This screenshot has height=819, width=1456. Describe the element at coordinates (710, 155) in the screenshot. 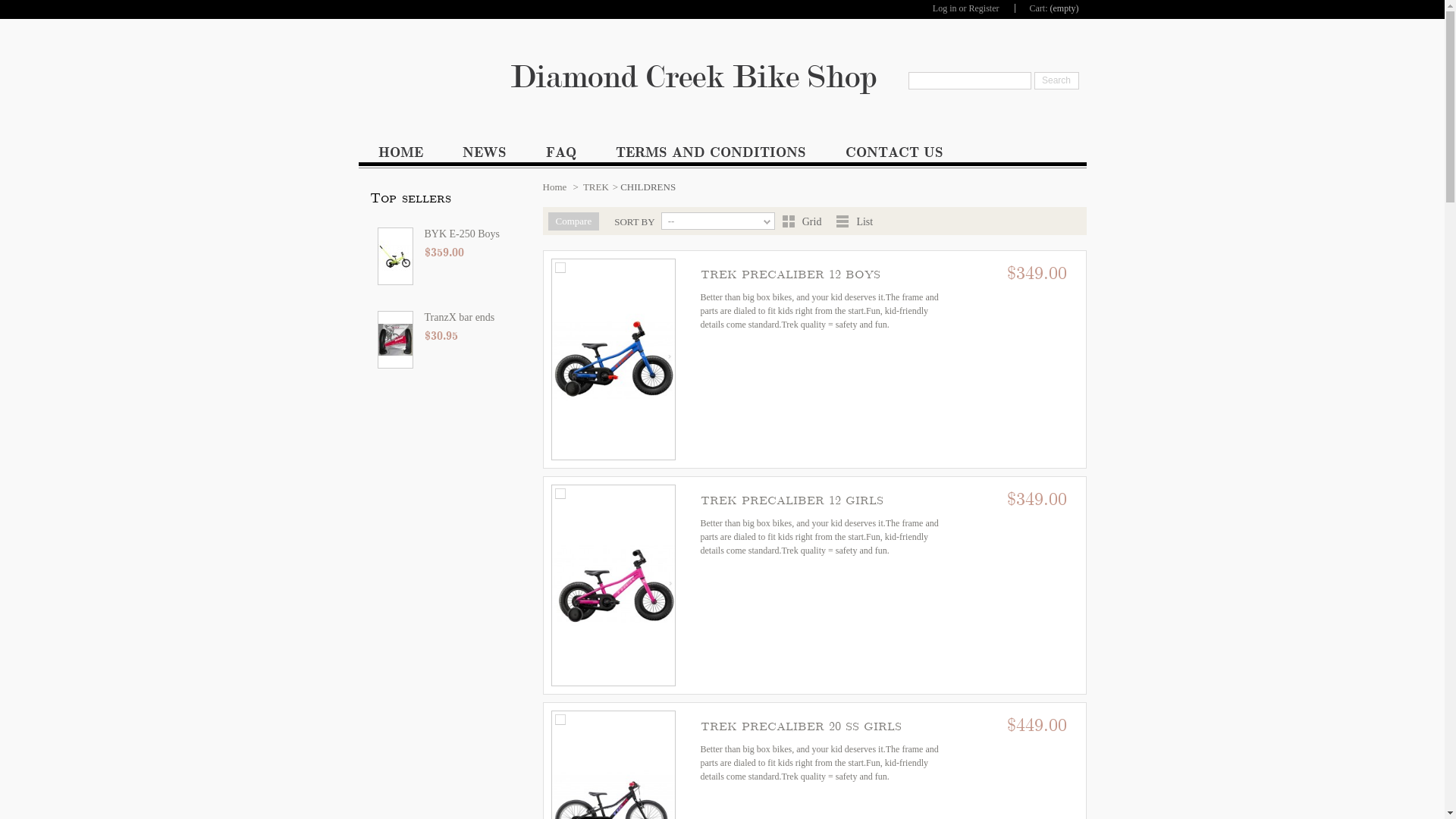

I see `'TERMS AND CONDITIONS'` at that location.